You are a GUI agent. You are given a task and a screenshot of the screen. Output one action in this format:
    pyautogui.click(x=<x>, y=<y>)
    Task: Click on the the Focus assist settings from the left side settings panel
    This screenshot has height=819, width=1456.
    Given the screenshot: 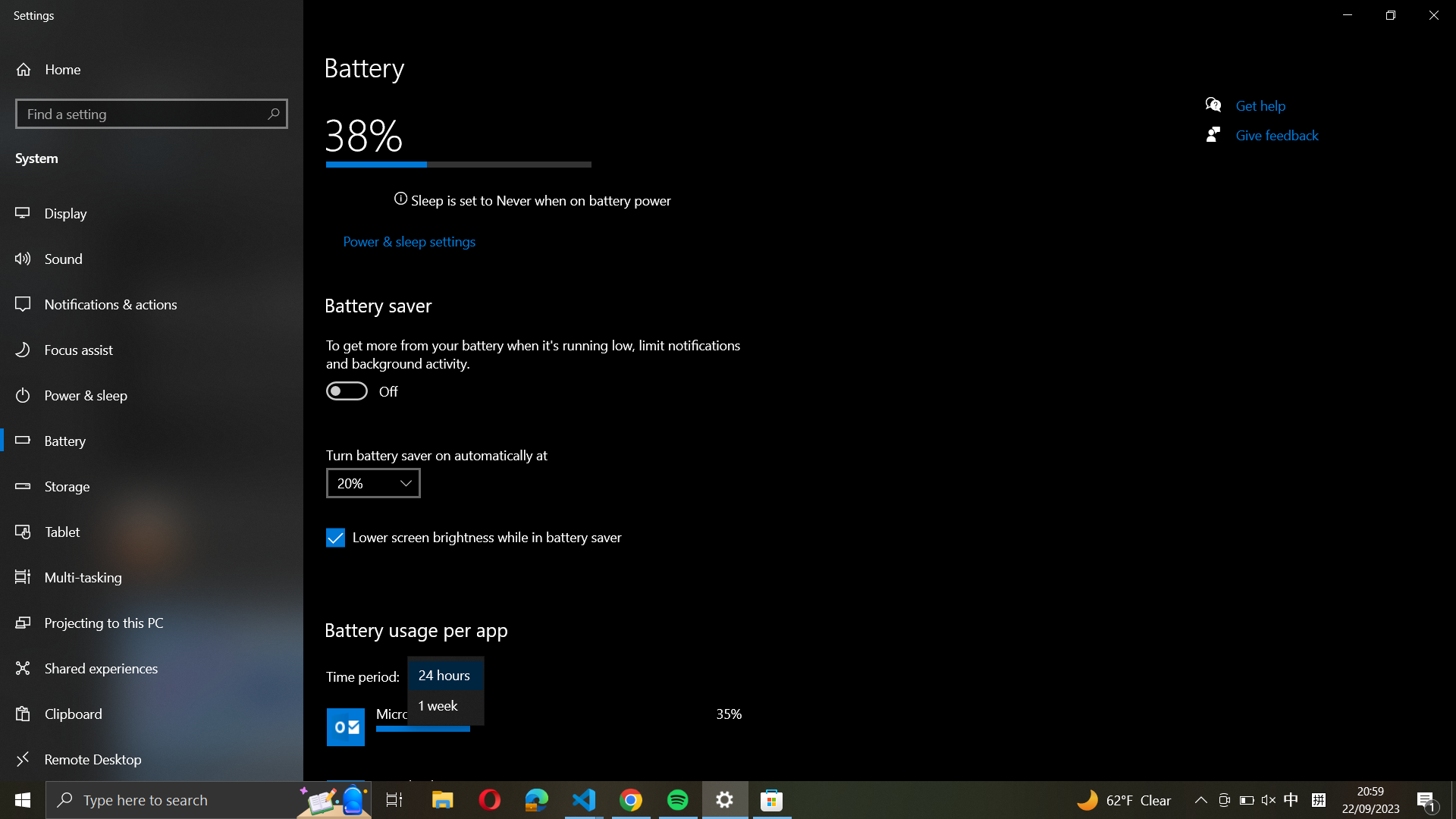 What is the action you would take?
    pyautogui.click(x=153, y=350)
    